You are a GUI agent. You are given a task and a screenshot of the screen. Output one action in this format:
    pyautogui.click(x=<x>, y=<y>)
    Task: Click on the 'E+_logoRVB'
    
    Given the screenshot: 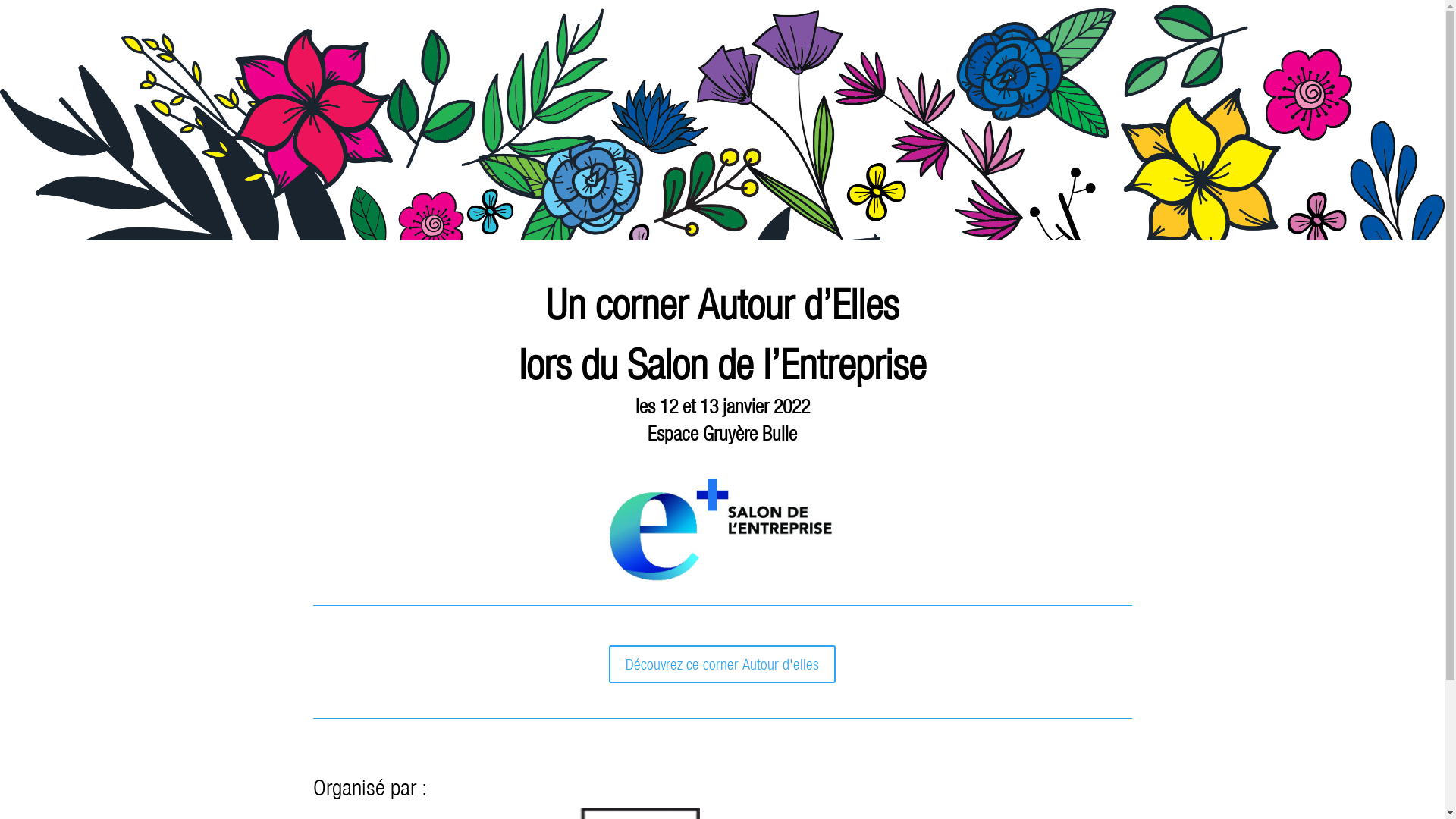 What is the action you would take?
    pyautogui.click(x=720, y=528)
    